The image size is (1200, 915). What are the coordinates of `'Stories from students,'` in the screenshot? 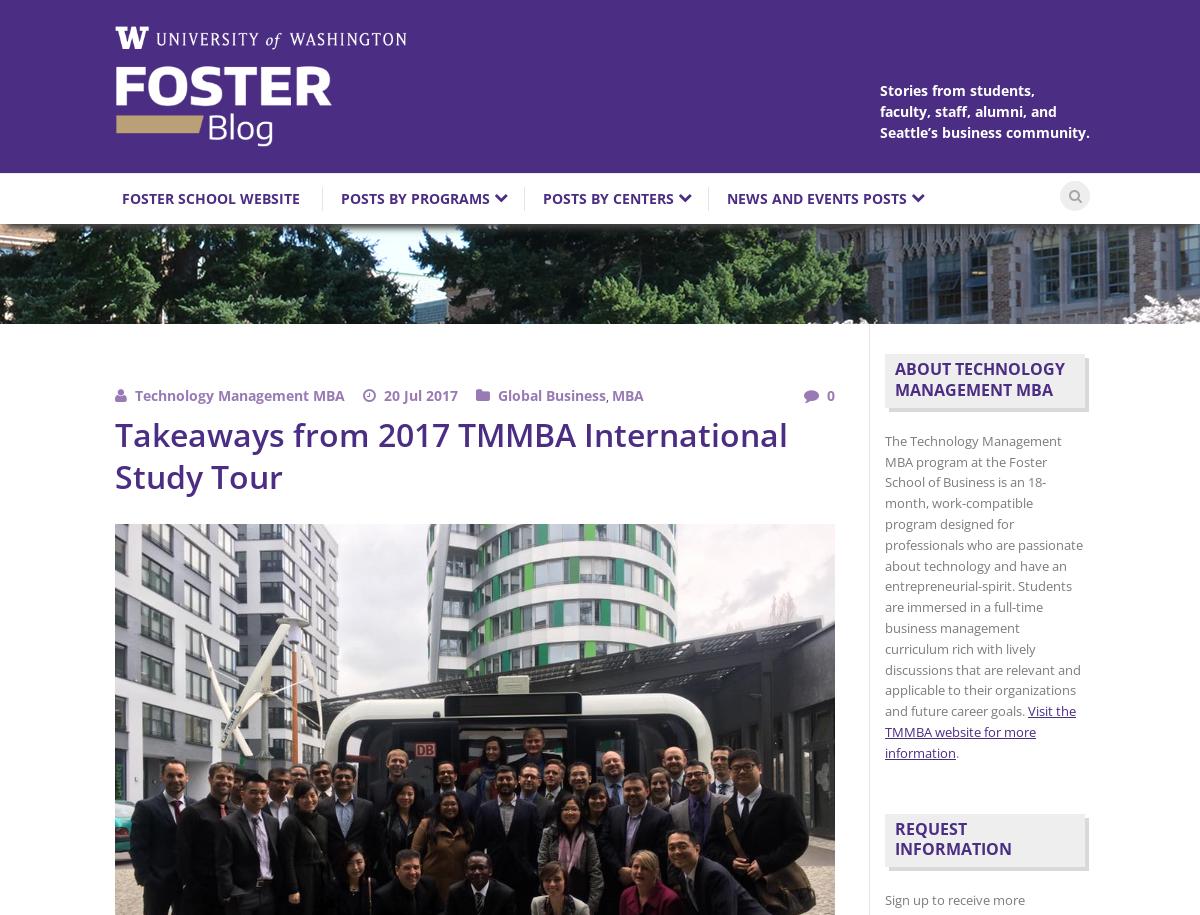 It's located at (957, 89).